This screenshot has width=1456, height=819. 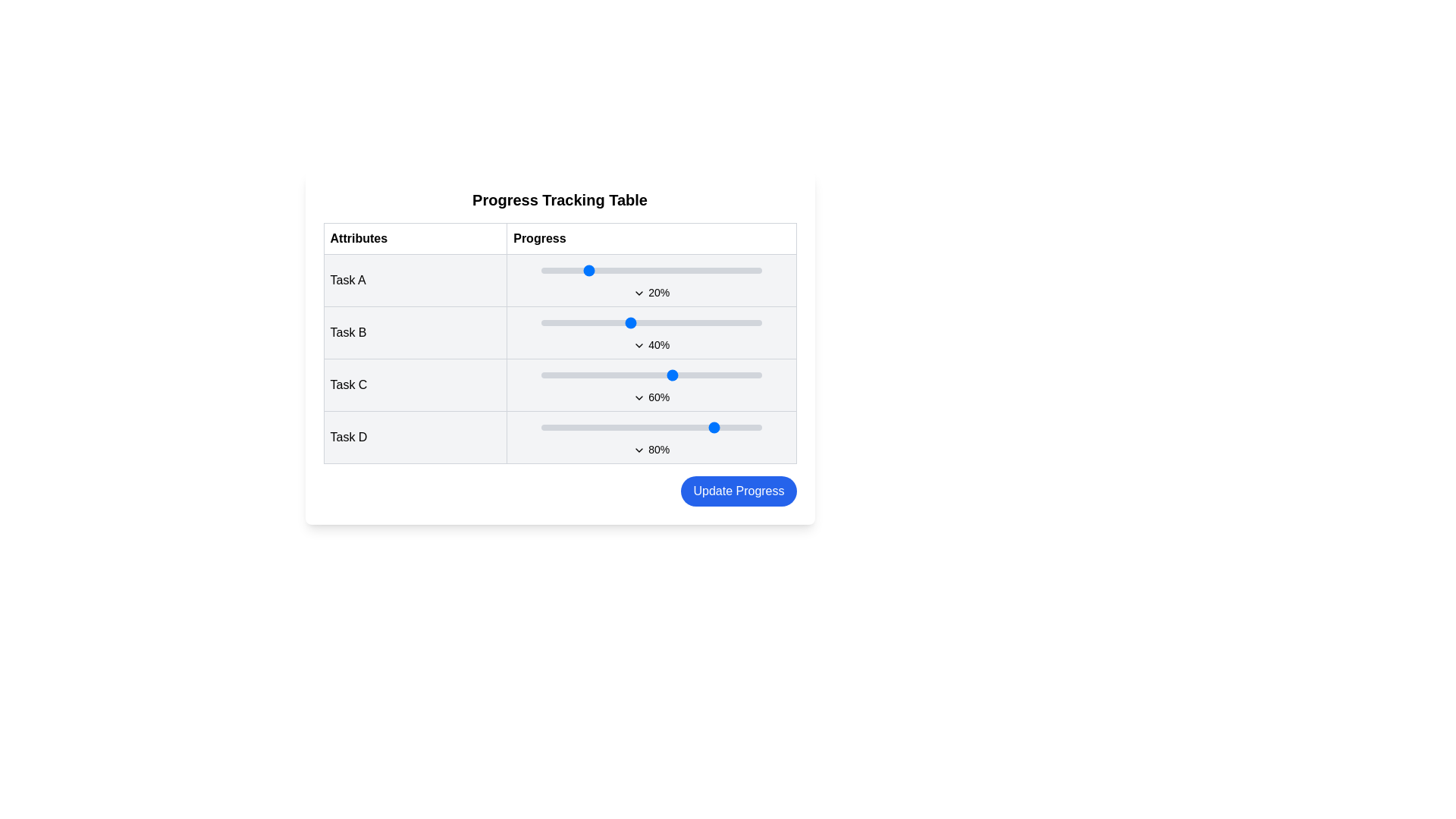 What do you see at coordinates (651, 332) in the screenshot?
I see `the text label displaying '40%' which is located below the slider bar in the 'Progress' column of the 'Task B' row in the progress tracking table` at bounding box center [651, 332].